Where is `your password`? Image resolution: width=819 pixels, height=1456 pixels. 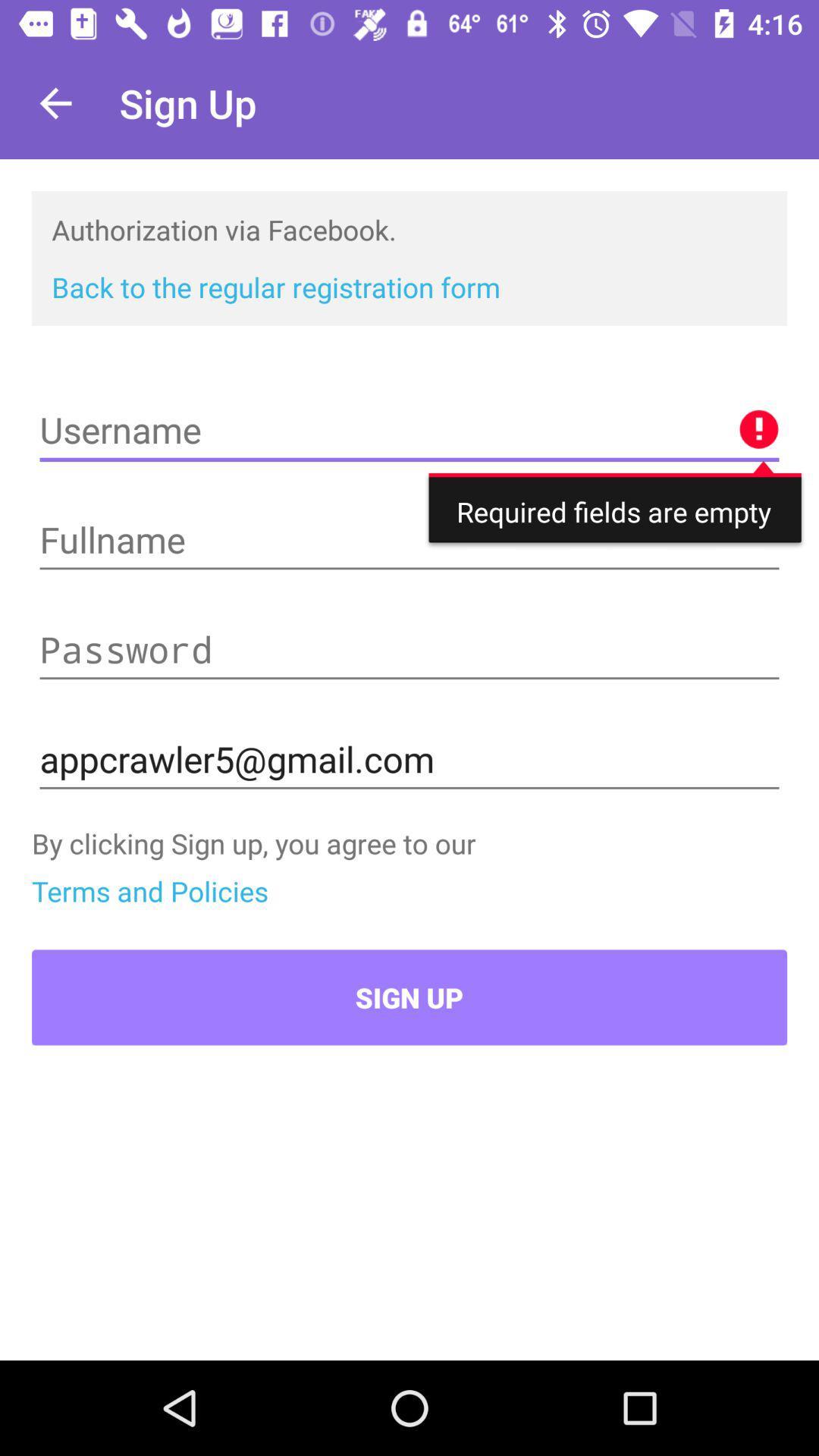 your password is located at coordinates (409, 650).